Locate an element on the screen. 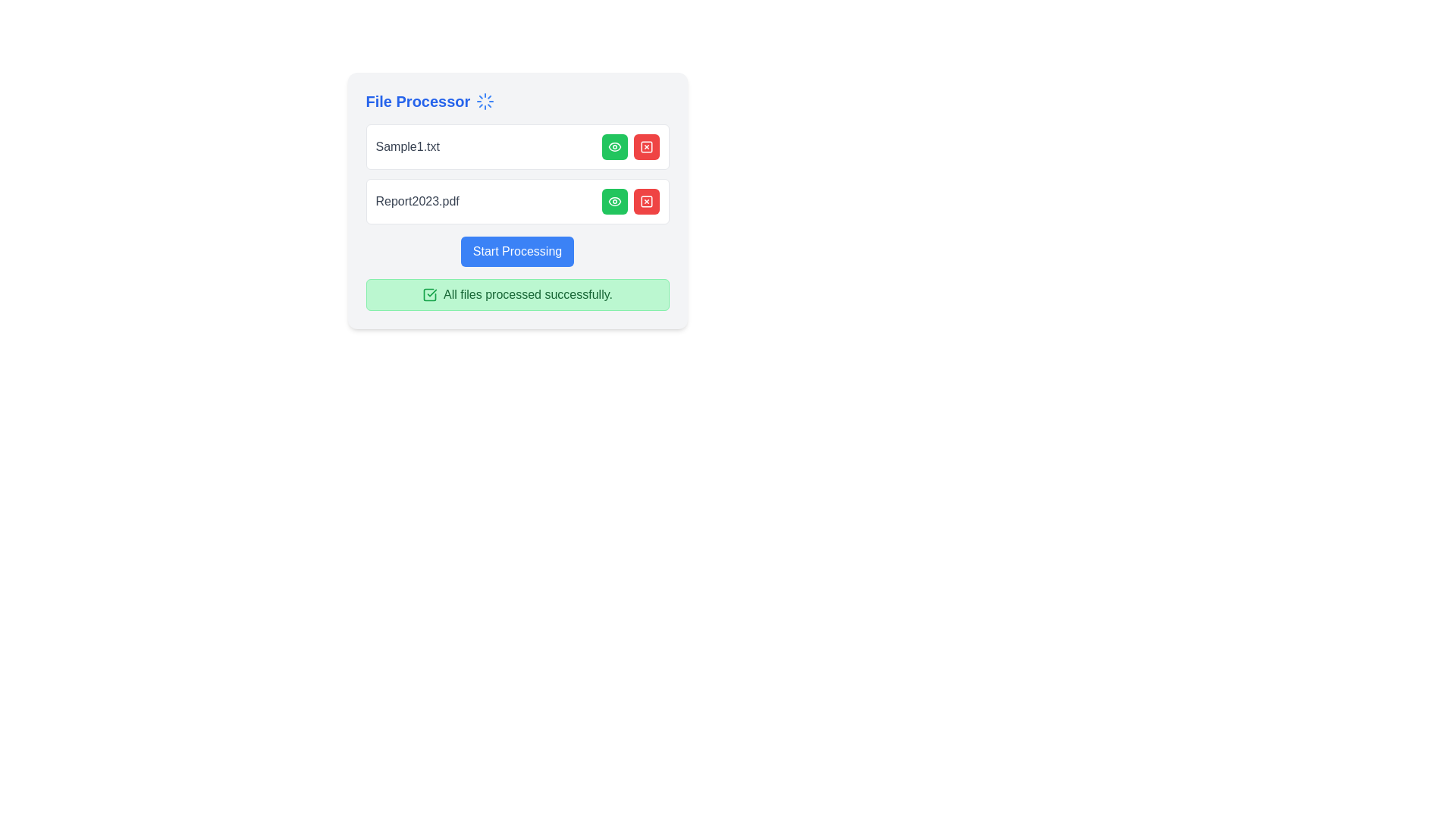 The image size is (1456, 819). the visual feedback of the Spinner icon located to the right of the 'File Processor' text in the header section of the card is located at coordinates (485, 102).